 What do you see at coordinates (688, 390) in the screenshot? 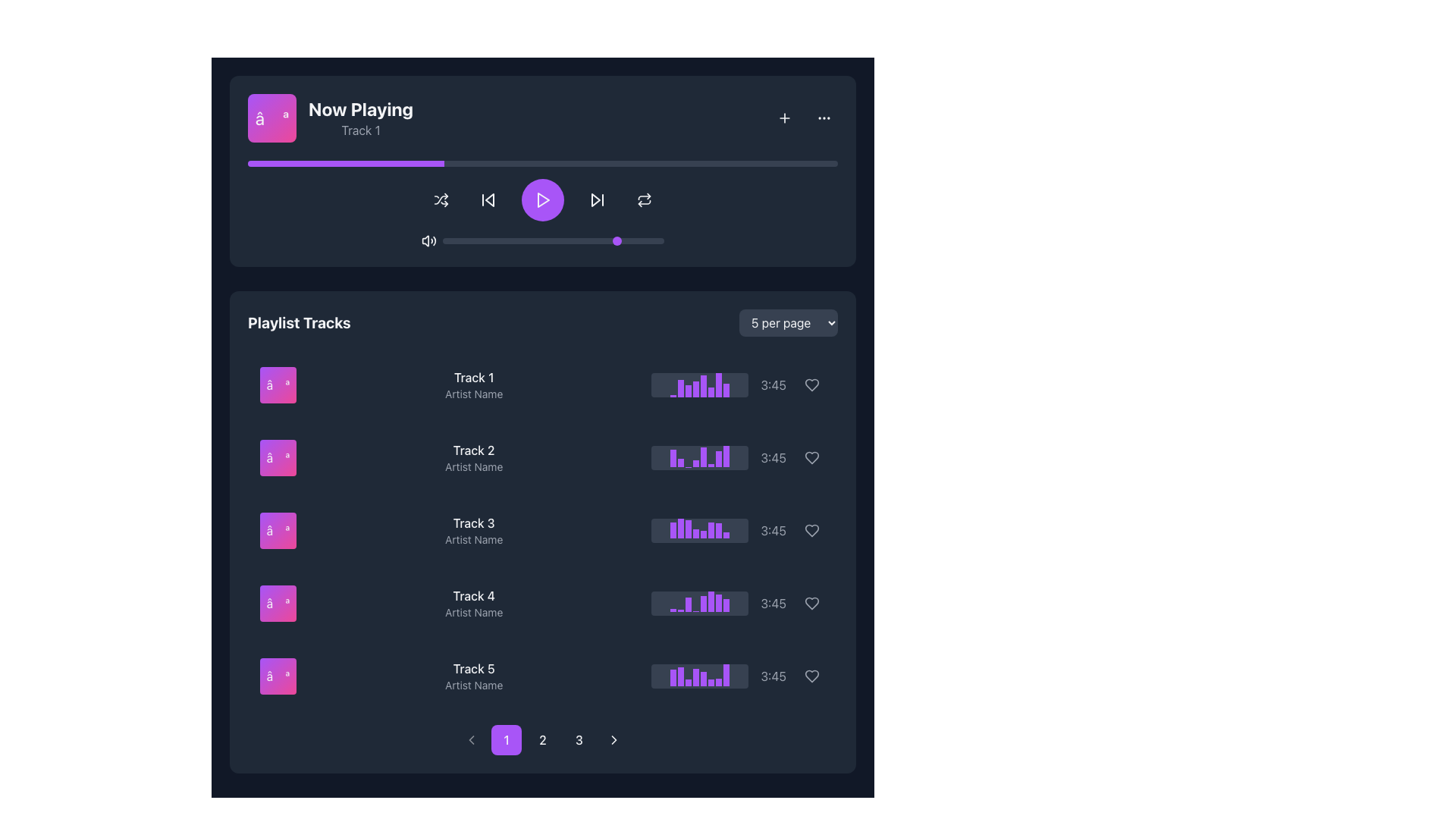
I see `the purple vertical graphical visualization bar located in the third position from the left within a group of similar bars, positioned towards the right side of the row corresponding to a music track in a playlist` at bounding box center [688, 390].